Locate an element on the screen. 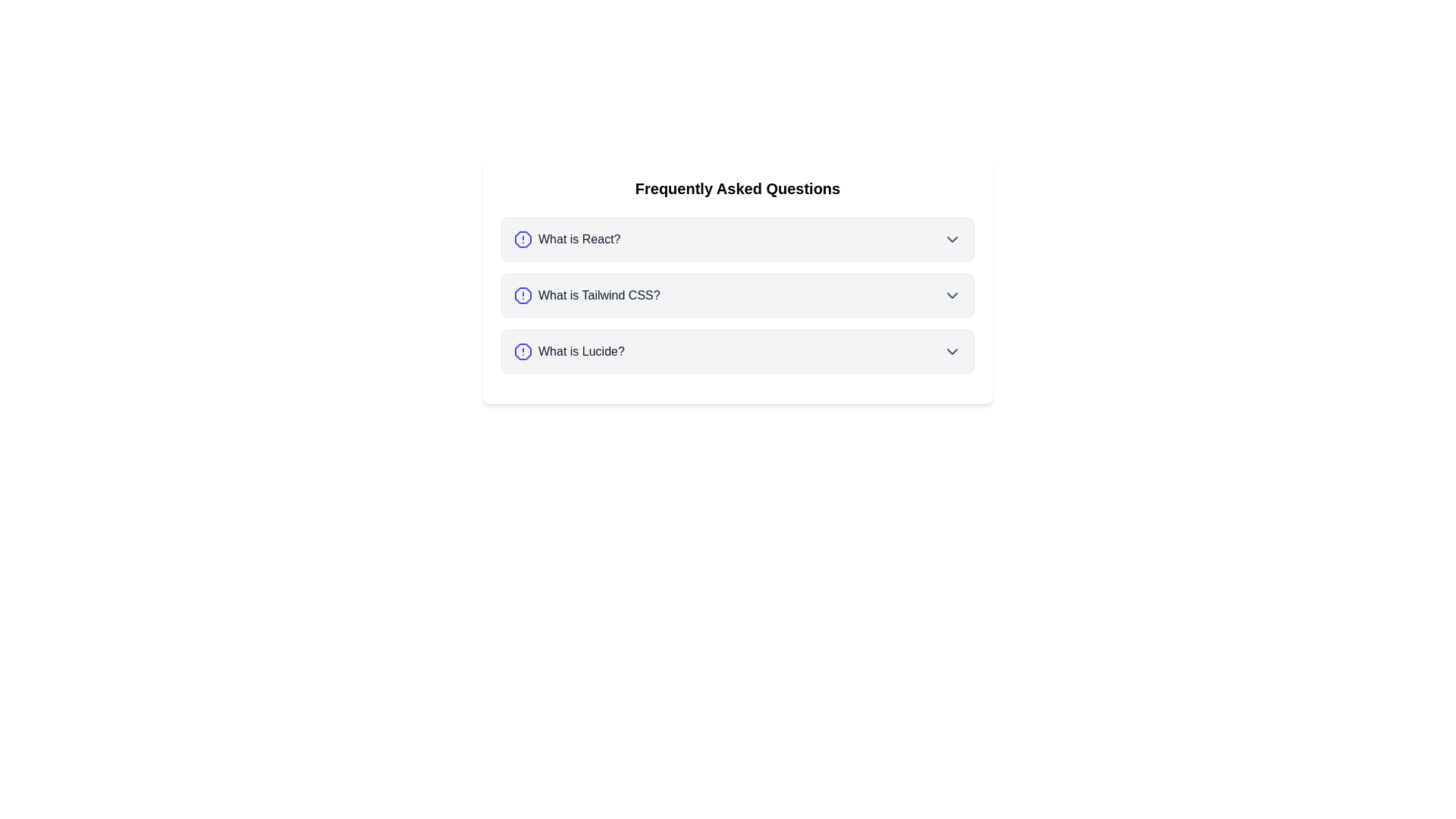  the small octagonal icon with a blue stroke and an alert mark, which is positioned to the left of the question text 'What is Tailwind CSS?' is located at coordinates (523, 295).